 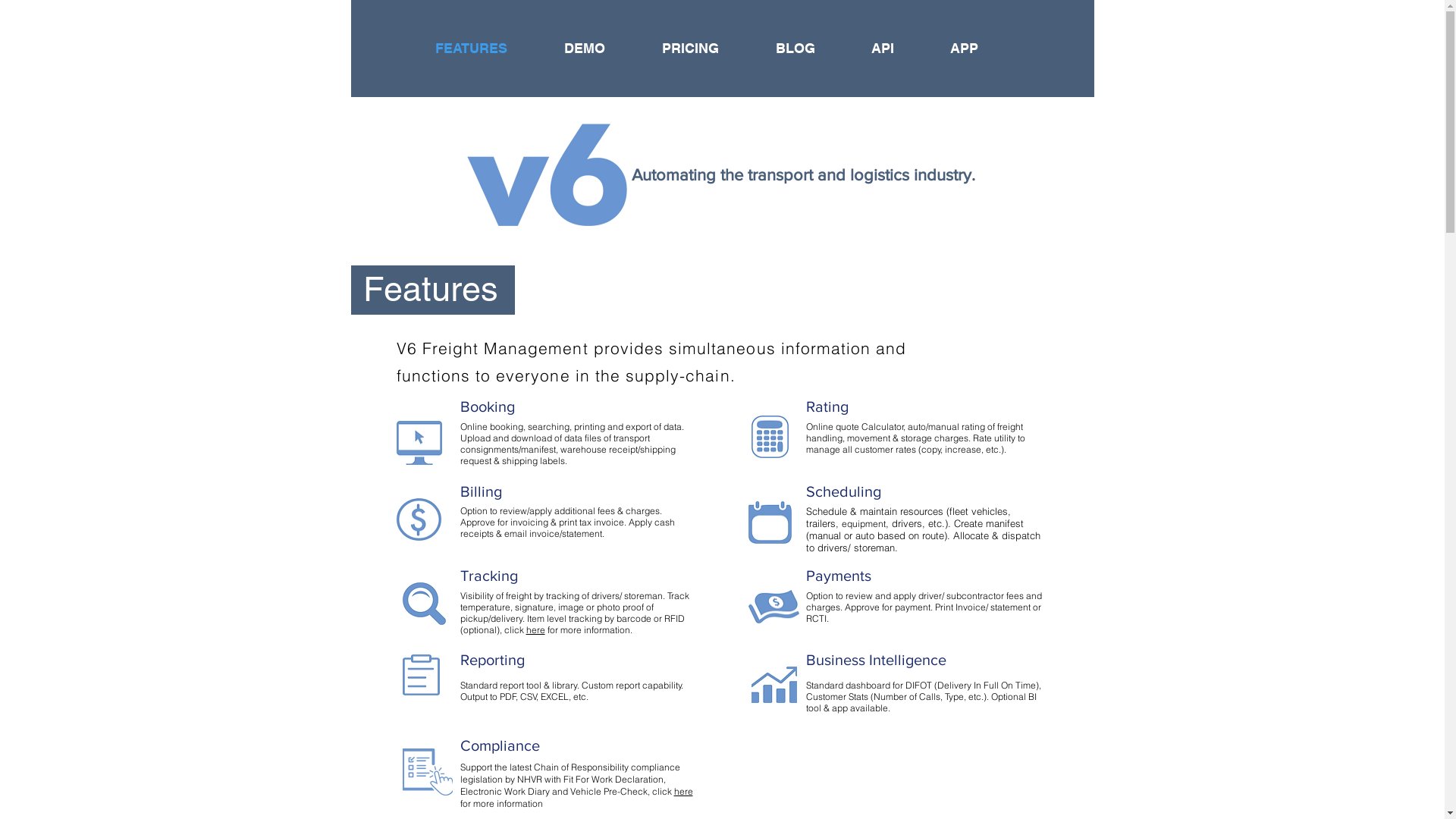 I want to click on 'FEATURES', so click(x=488, y=48).